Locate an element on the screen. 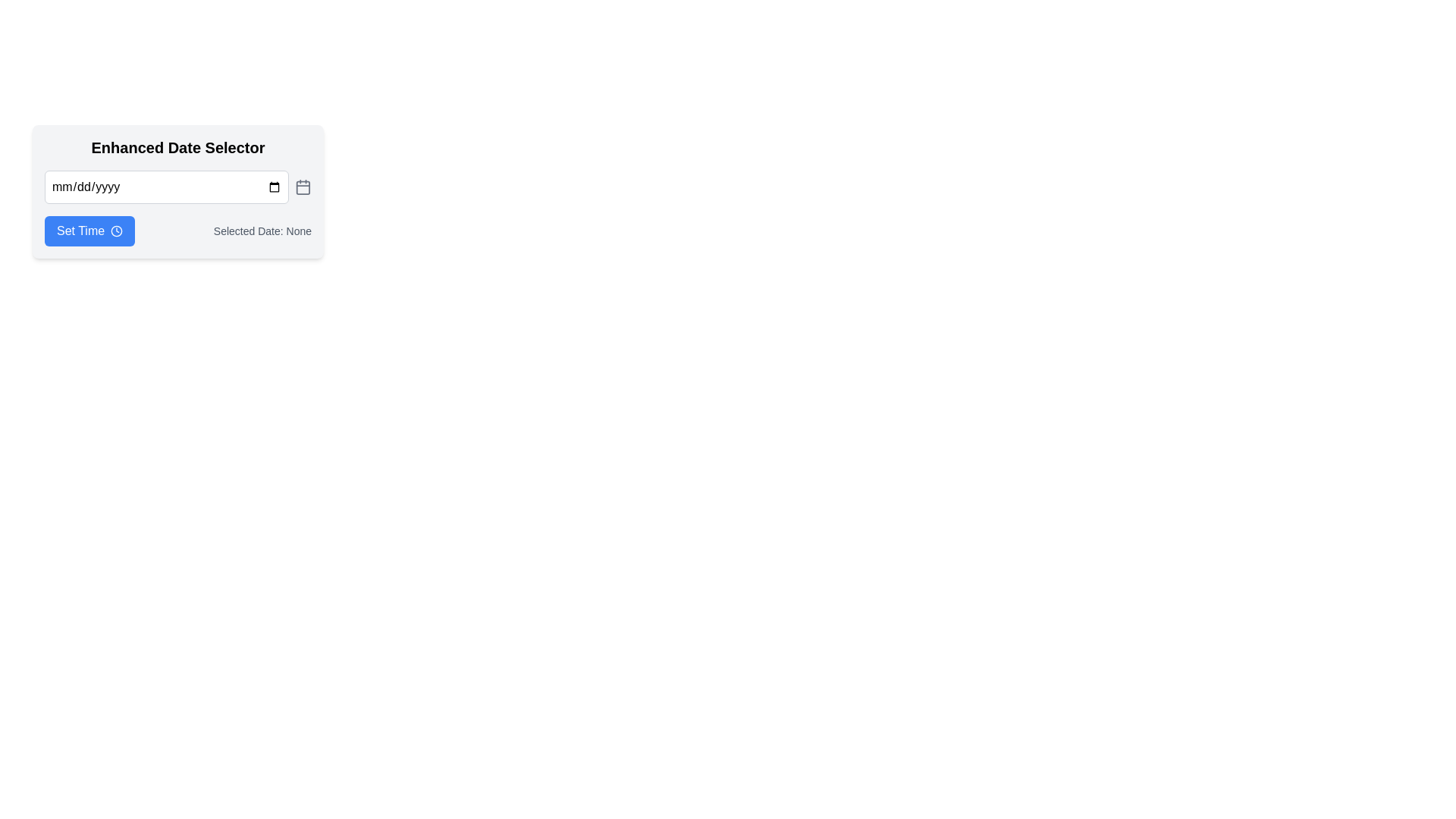 The image size is (1456, 819). the Text Display element that shows the currently selected date, which is located to the right of the 'Set Time' button is located at coordinates (262, 231).